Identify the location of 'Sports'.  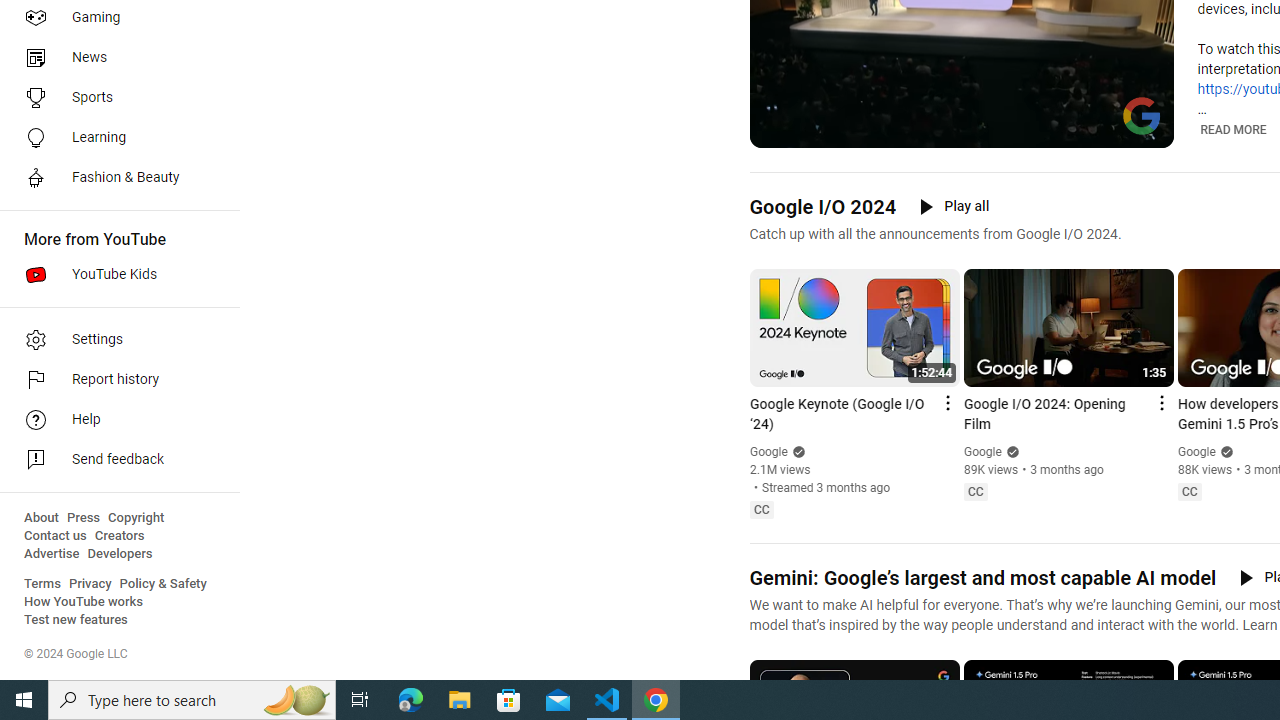
(112, 97).